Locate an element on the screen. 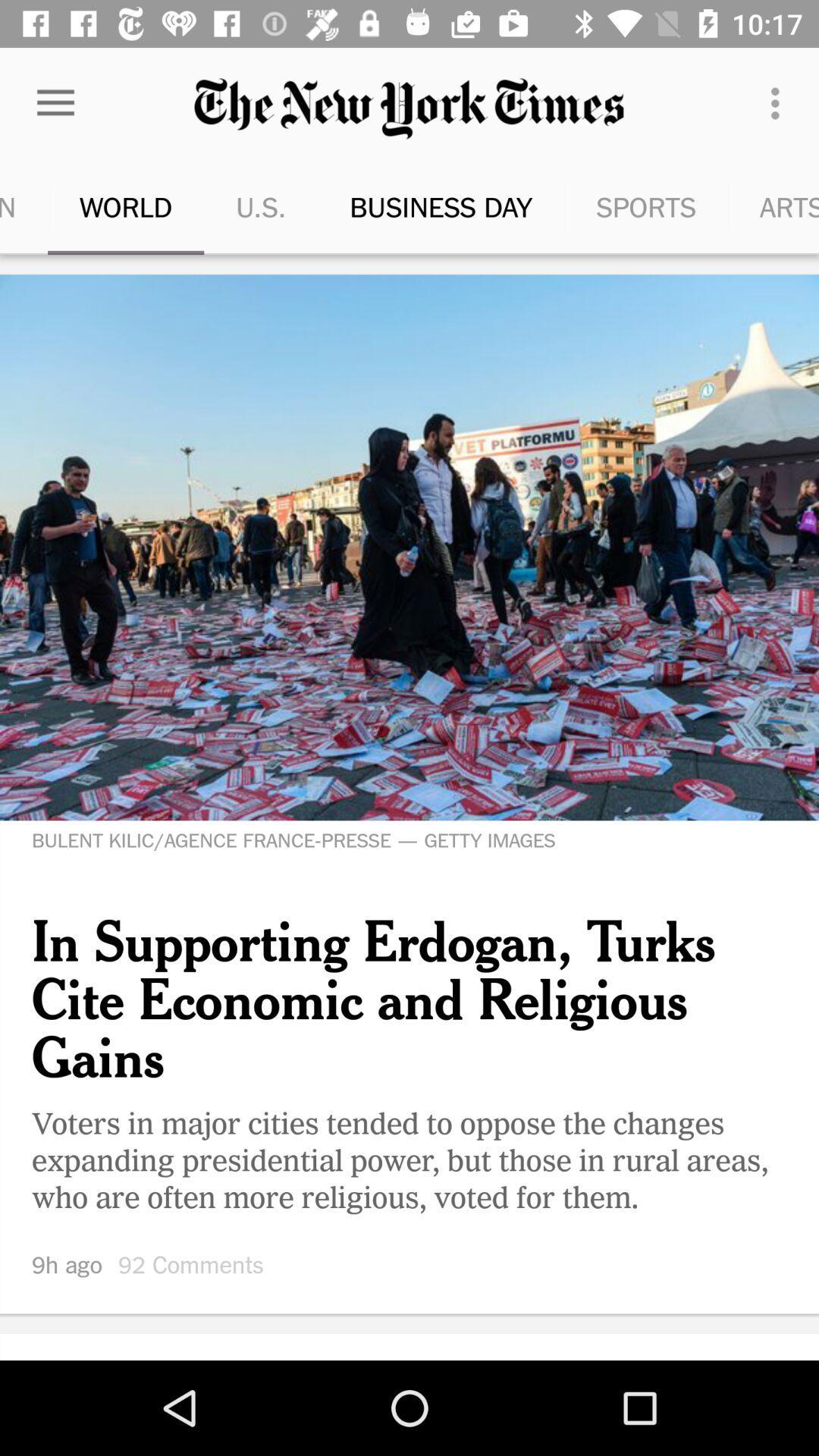  the sports is located at coordinates (607, 206).